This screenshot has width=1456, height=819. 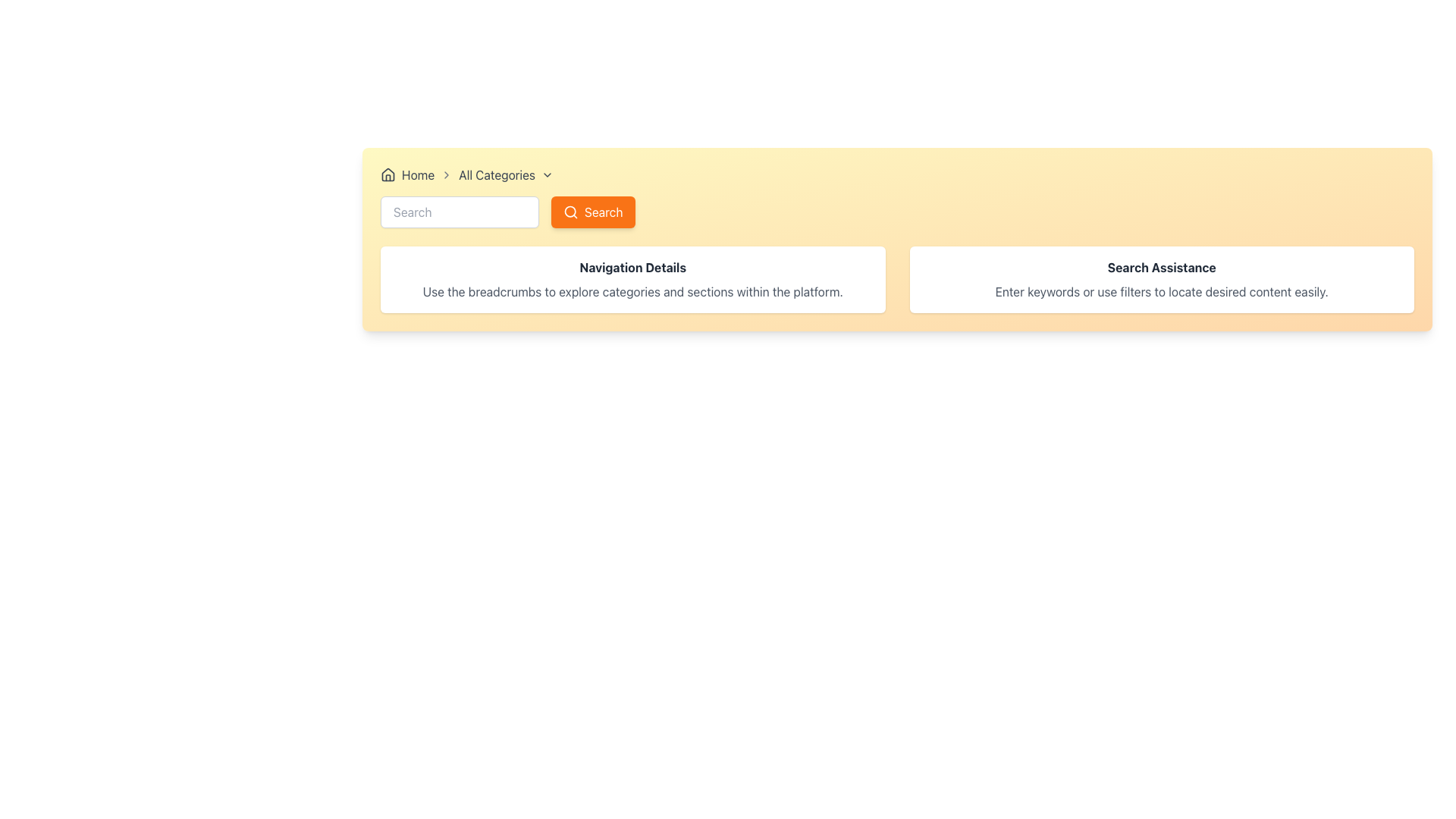 What do you see at coordinates (547, 174) in the screenshot?
I see `the Chevron Down Icon located in the breadcrumb navigation bar` at bounding box center [547, 174].